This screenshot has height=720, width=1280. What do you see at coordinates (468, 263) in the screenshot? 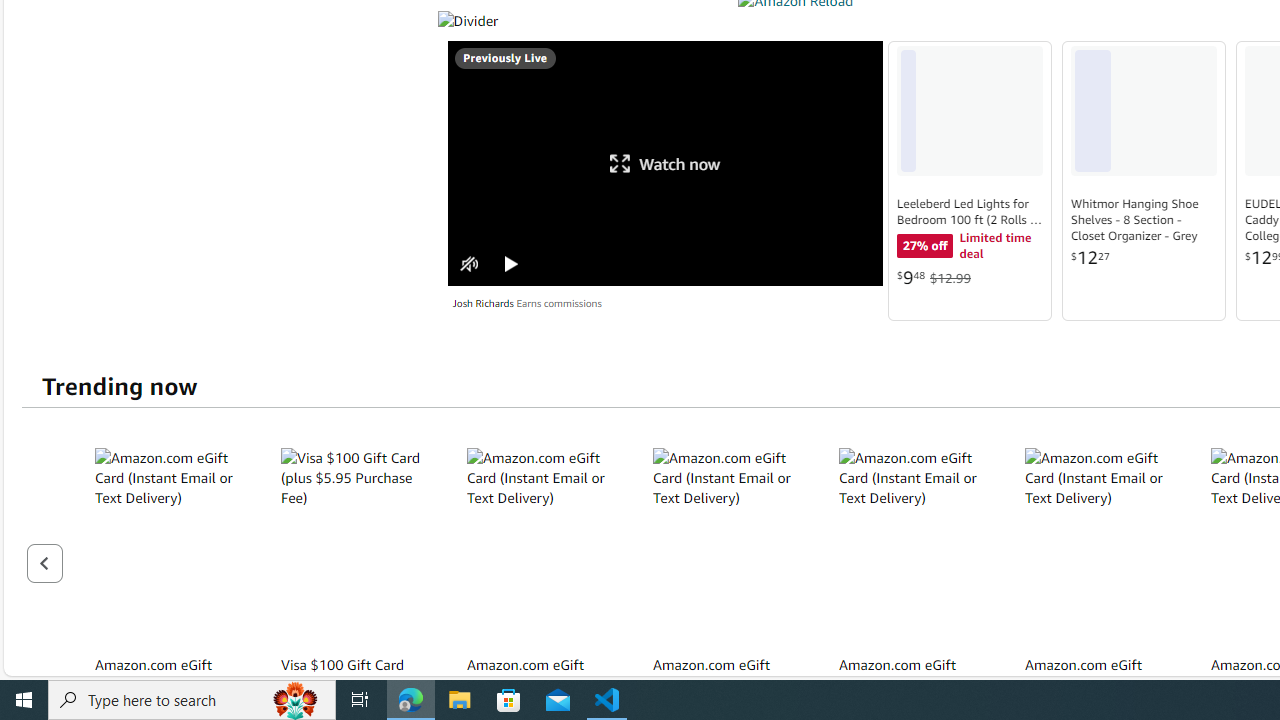
I see `'Unmute'` at bounding box center [468, 263].